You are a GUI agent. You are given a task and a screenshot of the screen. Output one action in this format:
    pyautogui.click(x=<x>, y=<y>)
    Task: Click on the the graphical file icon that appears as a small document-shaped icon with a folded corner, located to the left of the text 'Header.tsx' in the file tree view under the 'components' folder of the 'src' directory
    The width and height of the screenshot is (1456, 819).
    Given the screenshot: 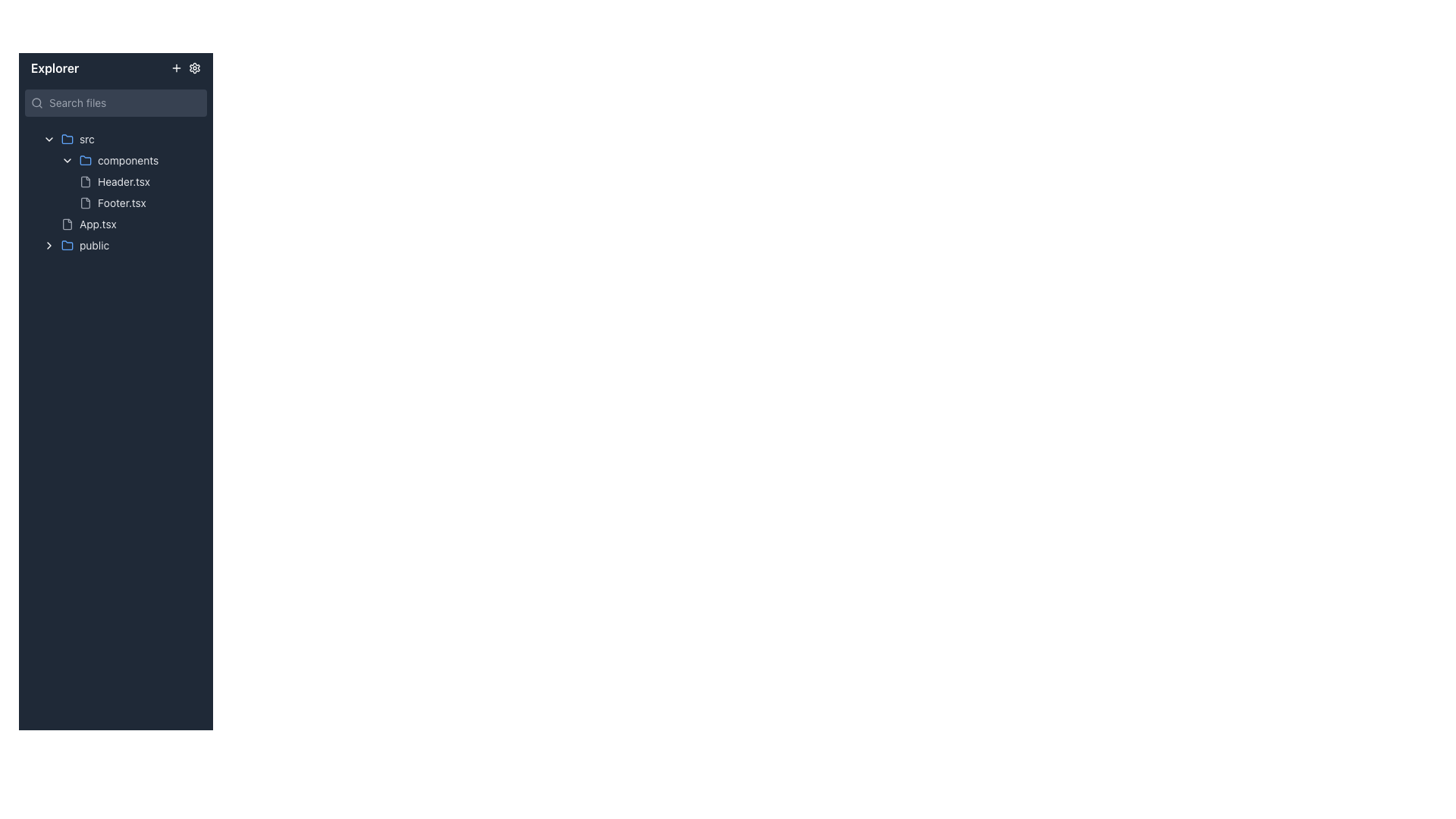 What is the action you would take?
    pyautogui.click(x=85, y=180)
    